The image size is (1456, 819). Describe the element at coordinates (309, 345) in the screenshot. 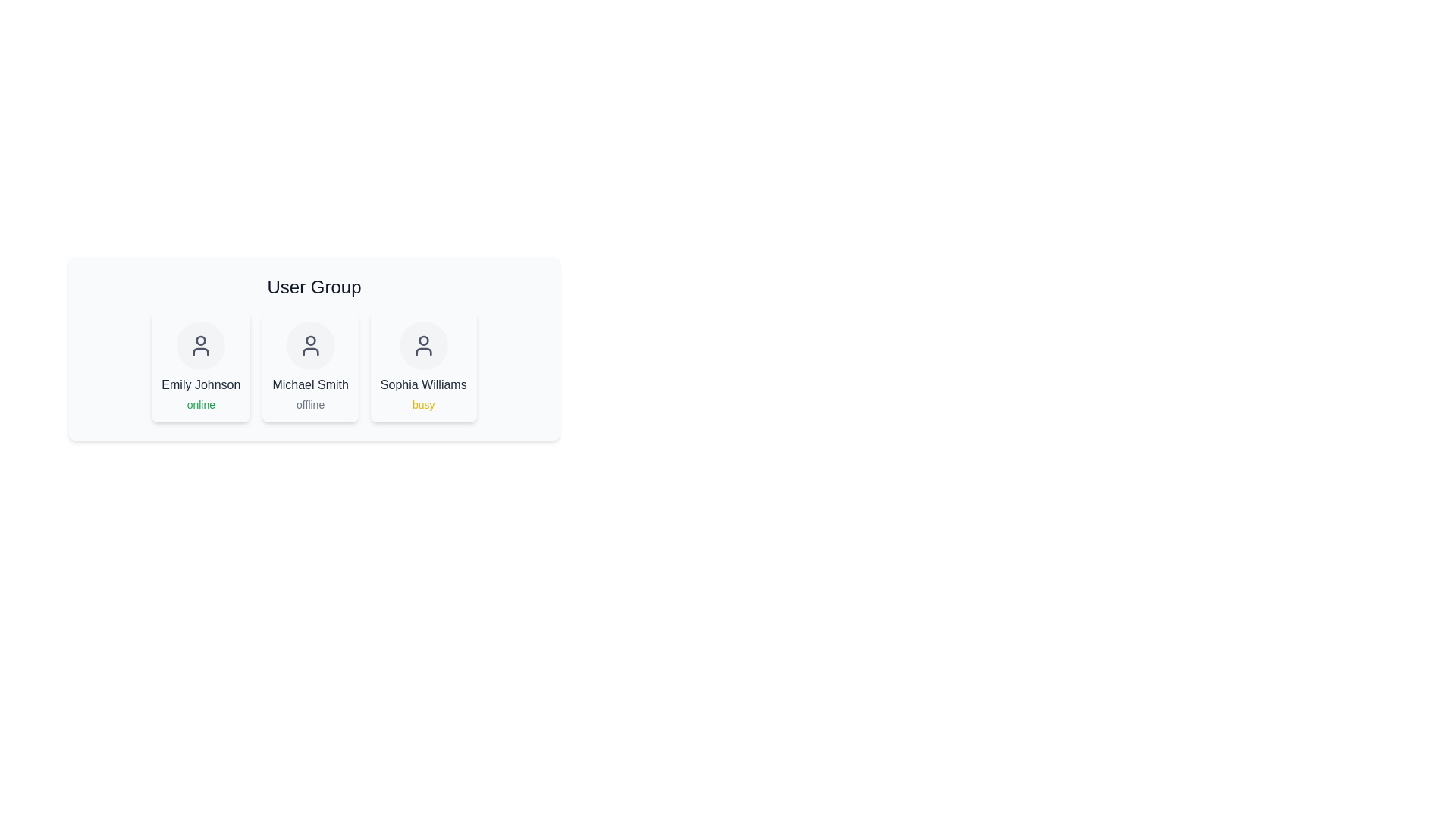

I see `the user profile icon representing 'Michael Smith', which is a circular outline with a head and shoulders inside, centrally aligned within the user card` at that location.